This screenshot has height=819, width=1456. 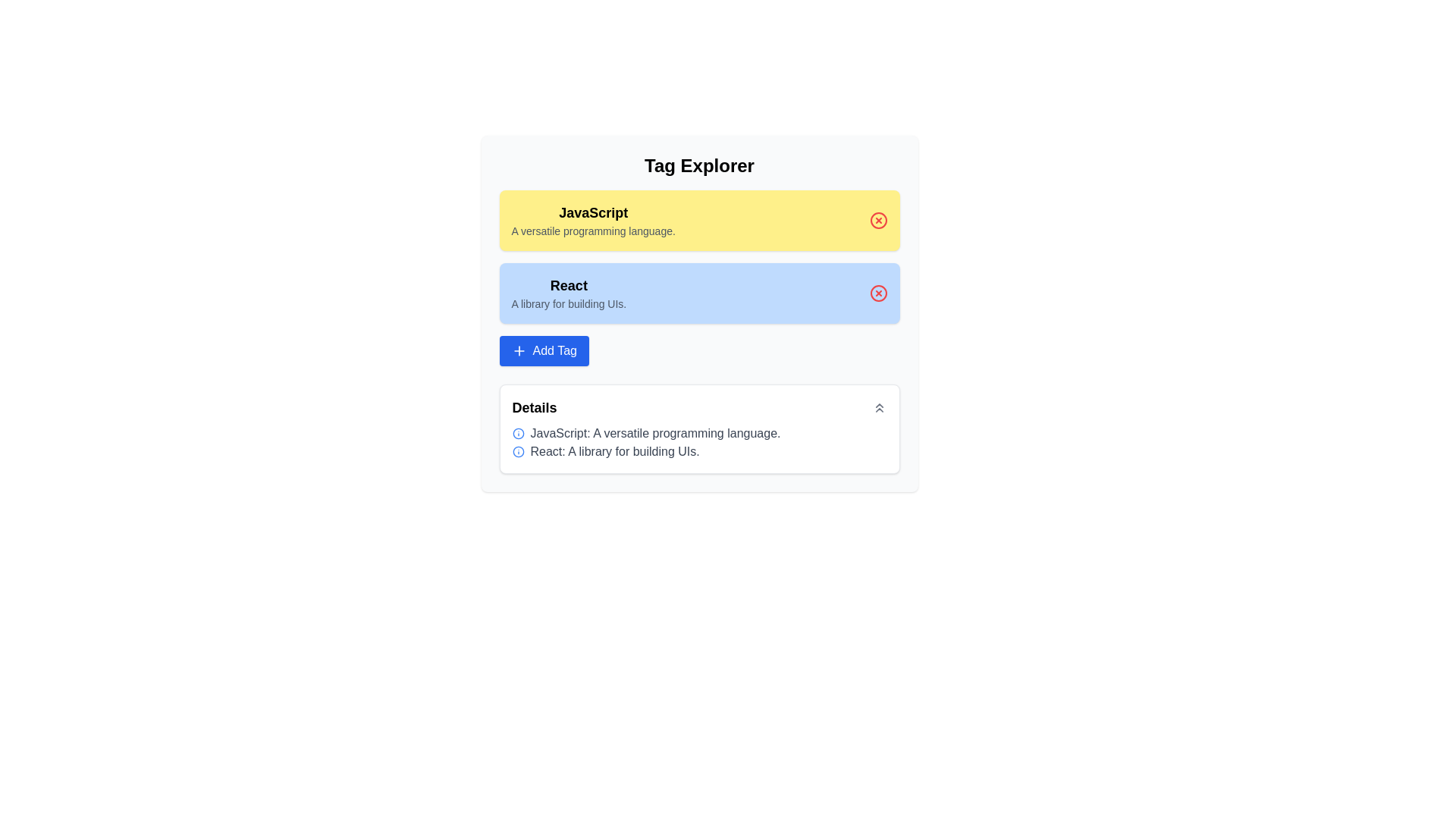 I want to click on the circular frame of the 'X' icon within the blue-colored 'React' tag in the 'Tag Explorer' section, so click(x=878, y=293).